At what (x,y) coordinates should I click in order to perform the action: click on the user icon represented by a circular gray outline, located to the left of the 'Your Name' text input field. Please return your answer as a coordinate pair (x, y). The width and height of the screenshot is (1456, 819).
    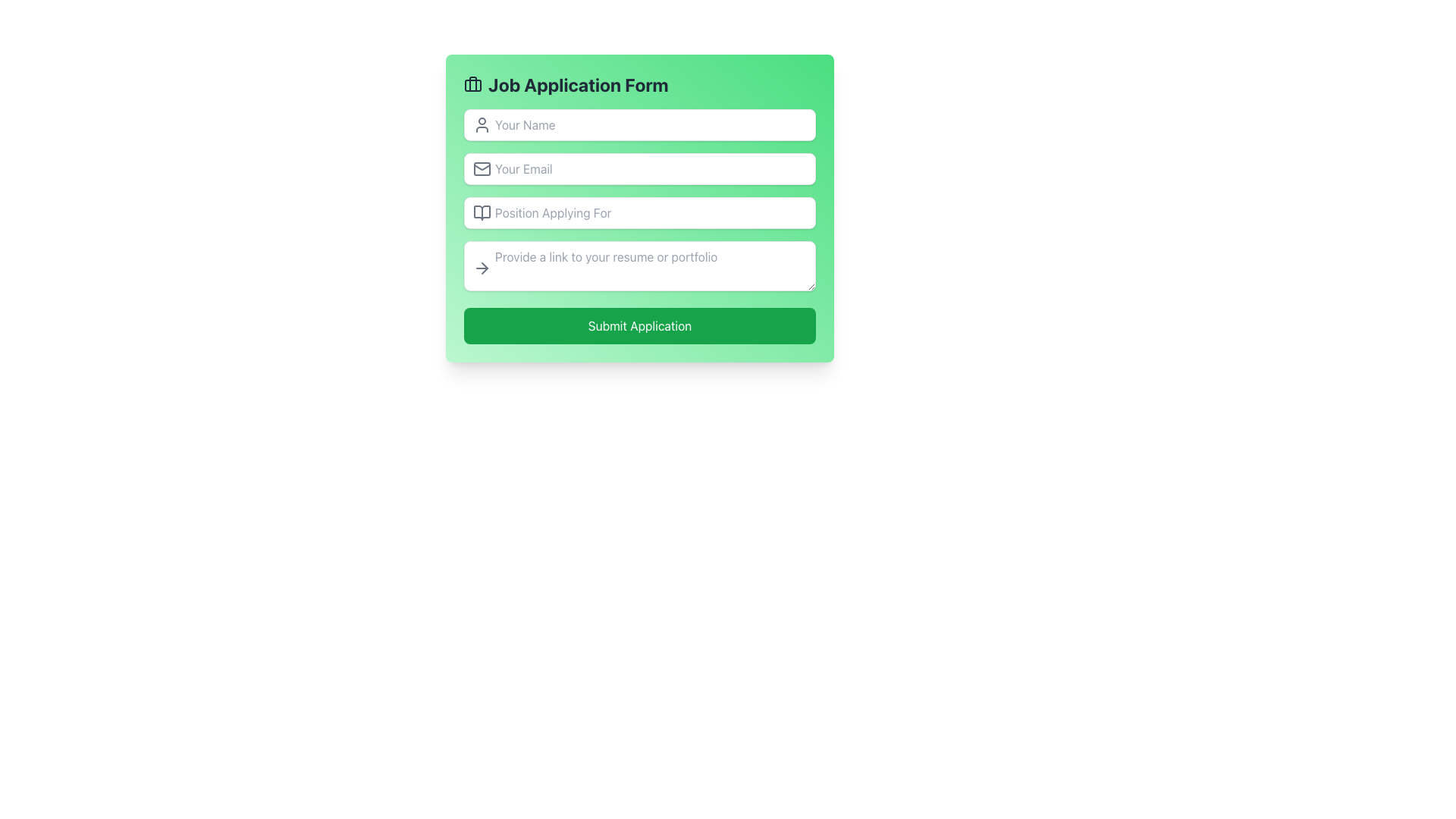
    Looking at the image, I should click on (481, 124).